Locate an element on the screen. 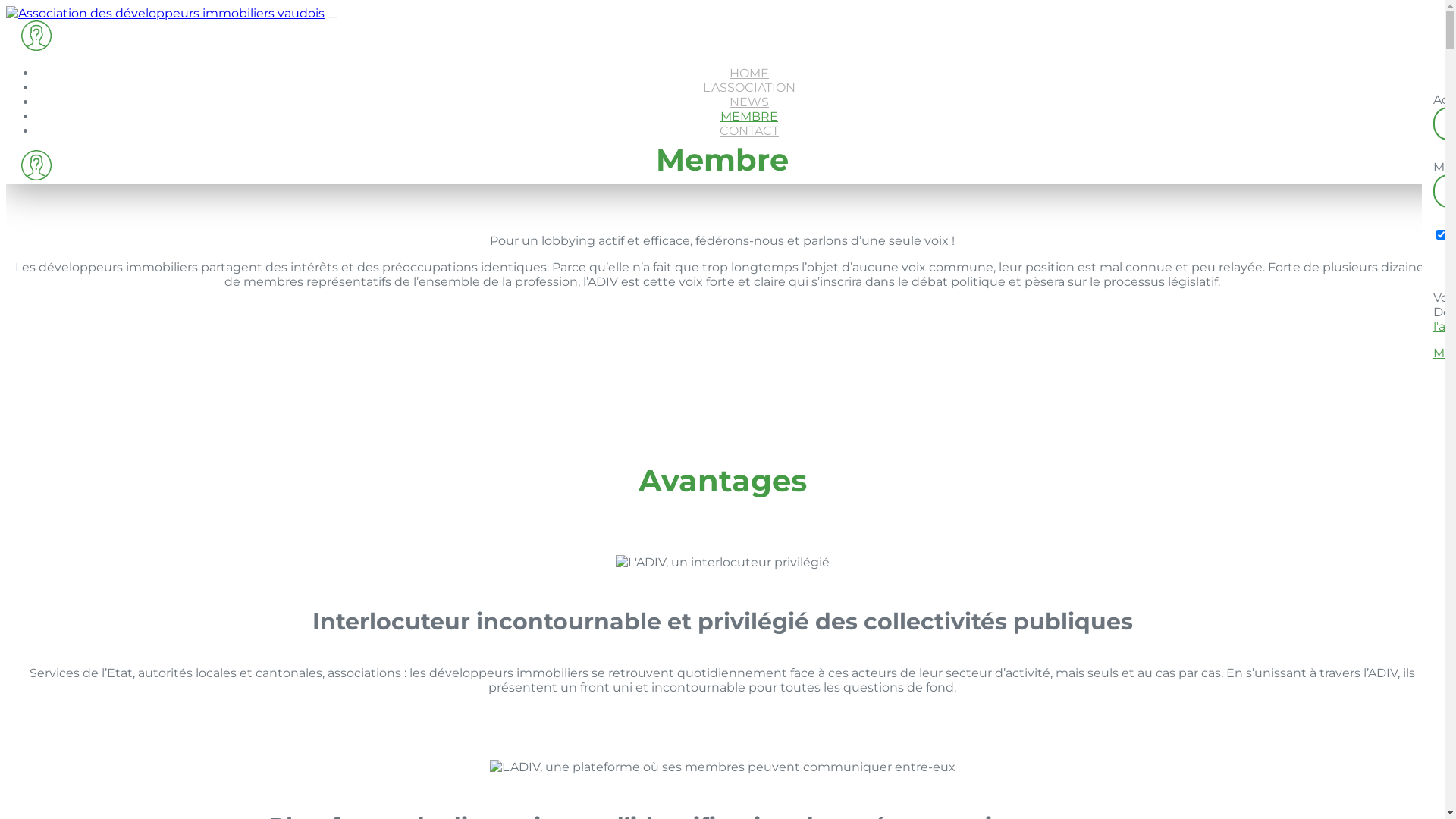 This screenshot has height=819, width=1456. 'MEMBRE' is located at coordinates (749, 115).